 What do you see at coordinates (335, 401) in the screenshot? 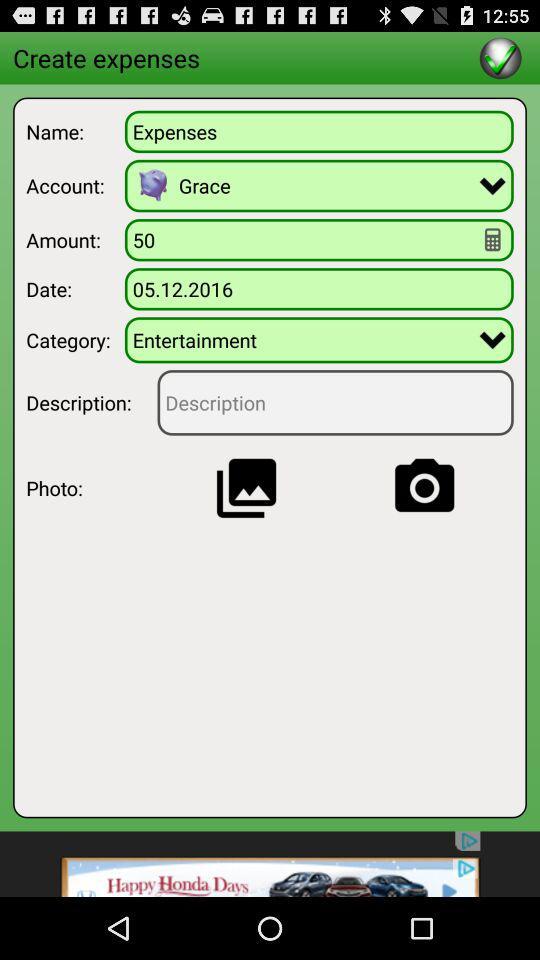
I see `feed back to be given` at bounding box center [335, 401].